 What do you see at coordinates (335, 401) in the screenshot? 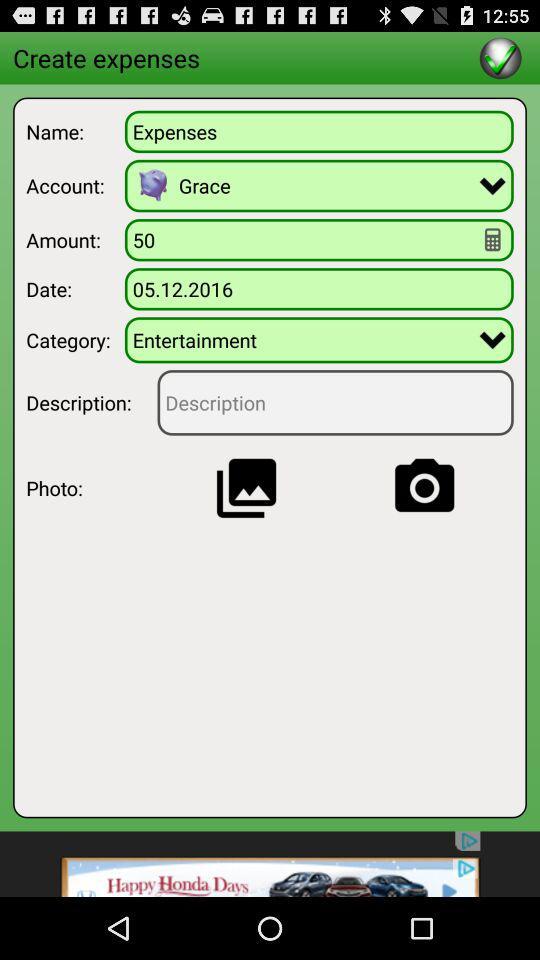
I see `feed back to be given` at bounding box center [335, 401].